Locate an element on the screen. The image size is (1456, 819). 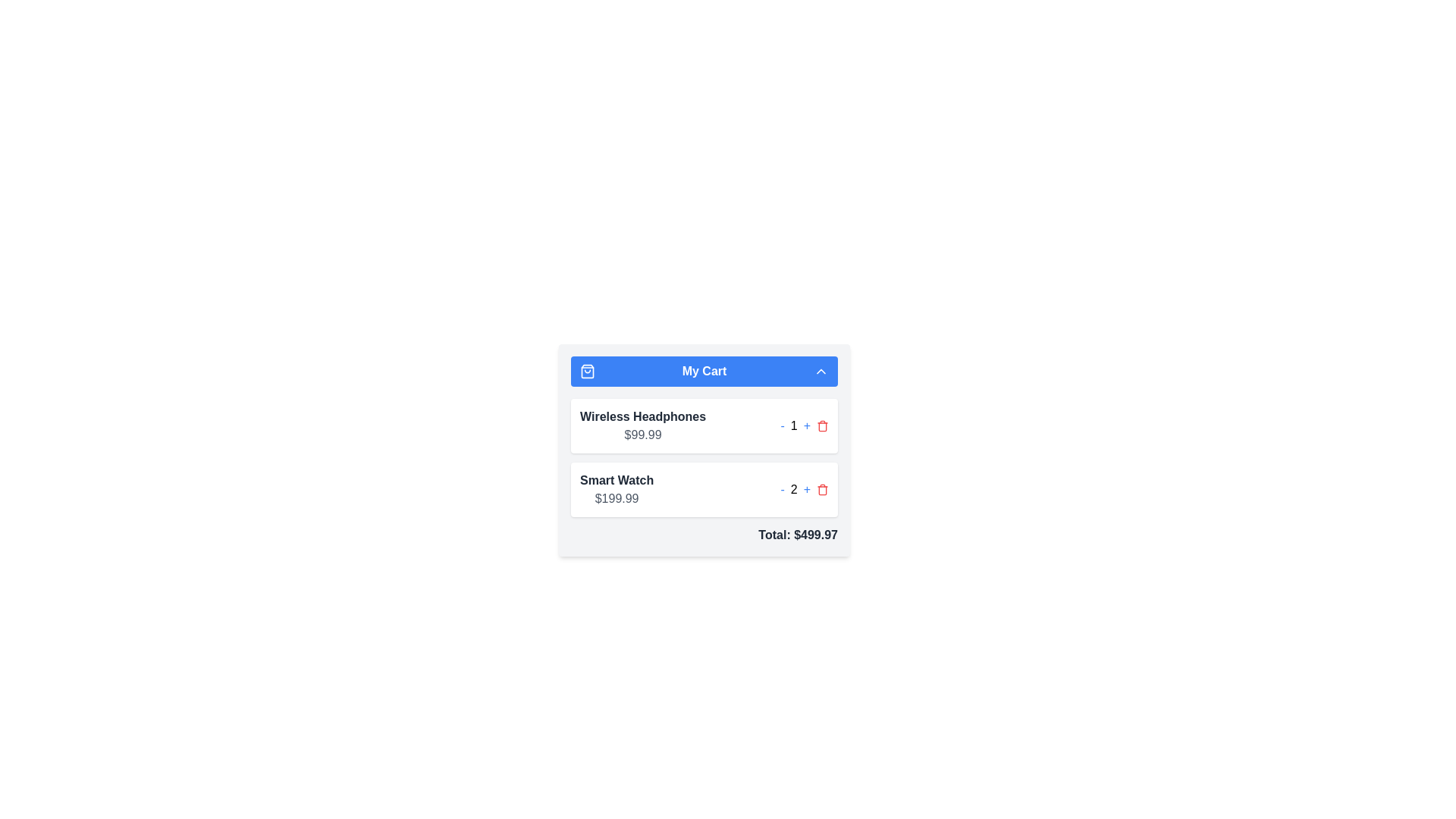
displayed text of the product name and price in the shopping cart, located in the second row underneath the 'Wireless Headphones' item is located at coordinates (617, 489).